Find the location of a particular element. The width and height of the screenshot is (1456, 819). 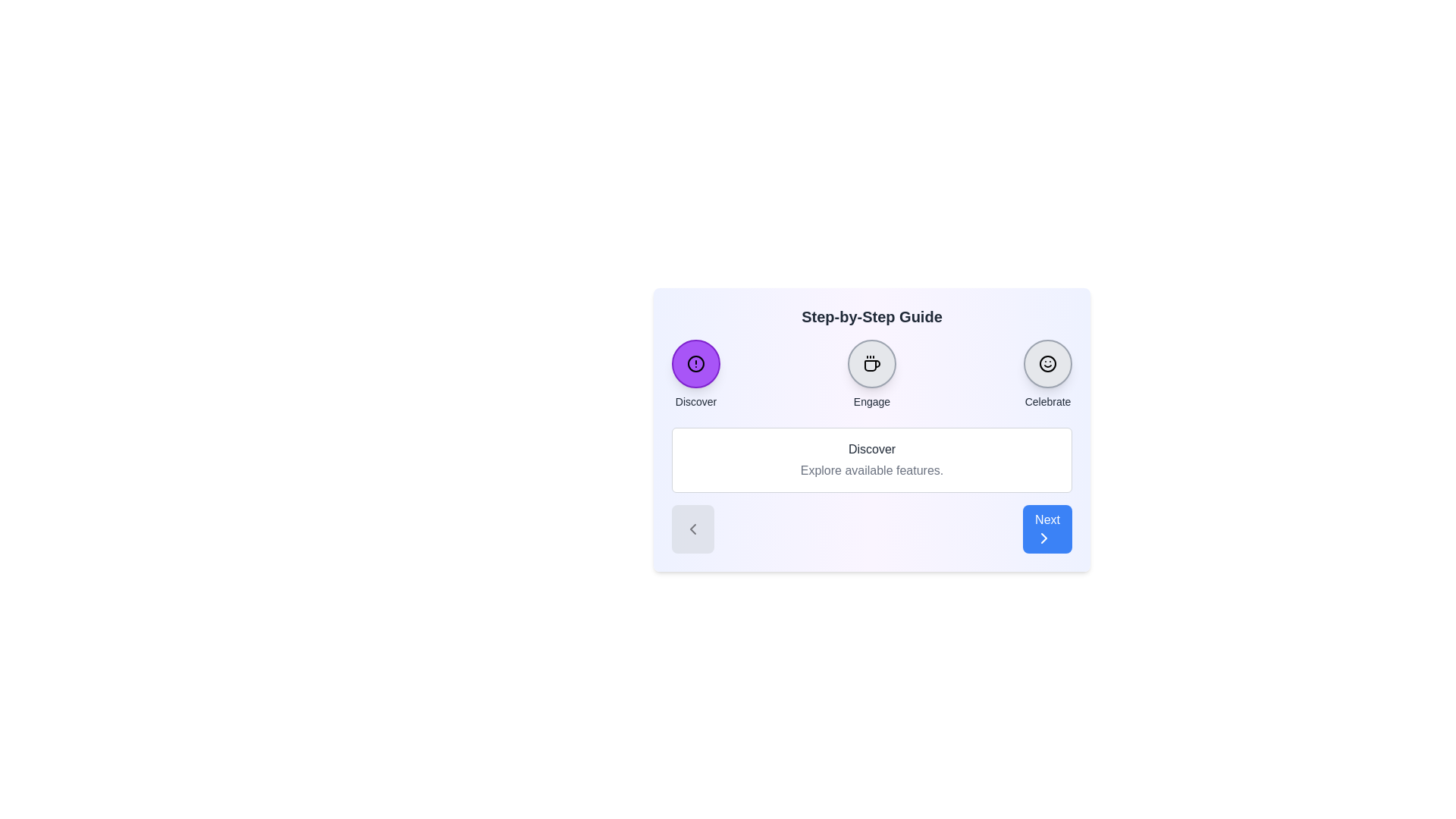

the 'Discover' button, which is the first in a horizontal group of three buttons, located to the left of the 'Engage' and 'Celebrate' buttons is located at coordinates (695, 374).